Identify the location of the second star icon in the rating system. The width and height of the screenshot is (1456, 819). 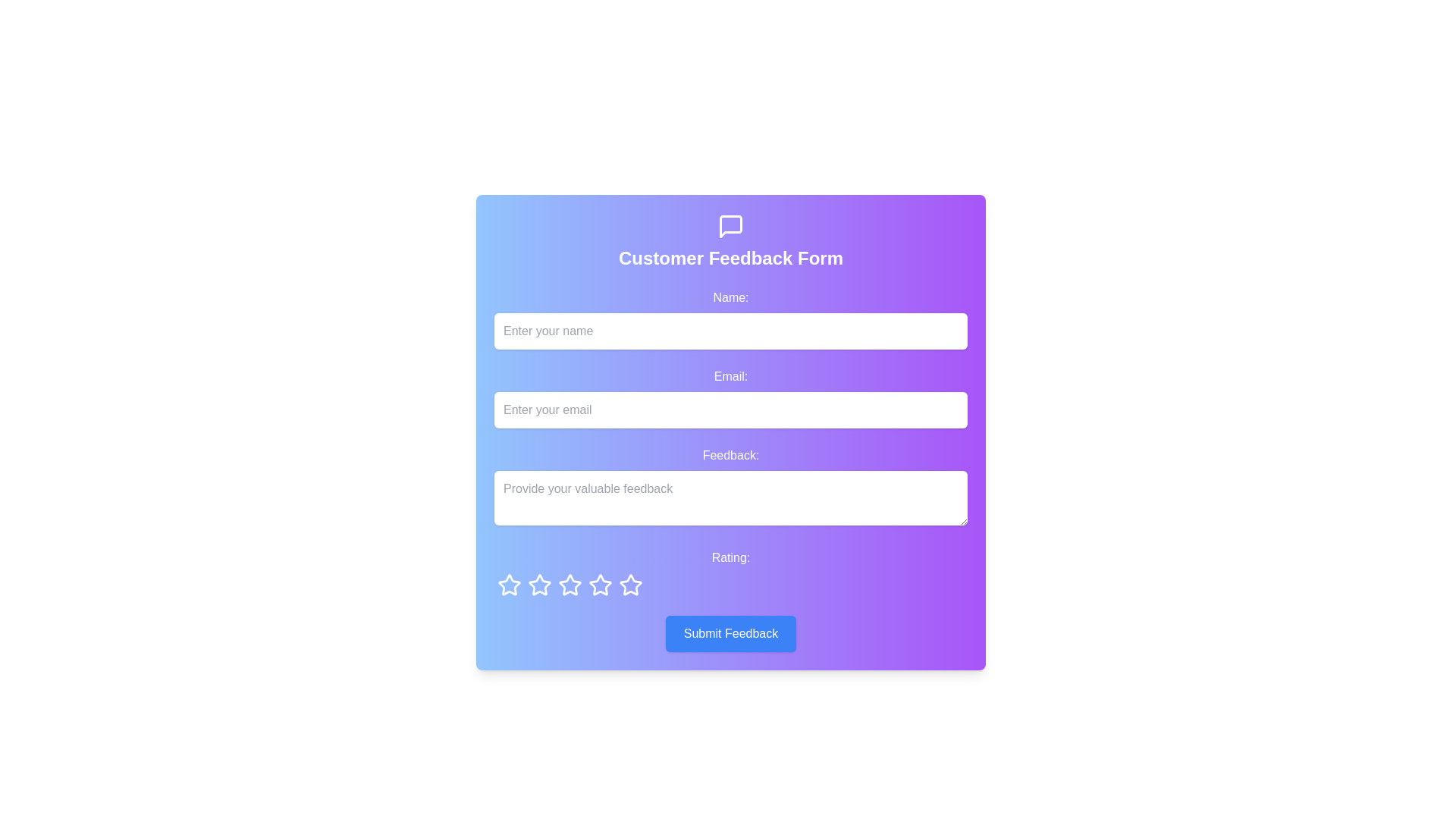
(539, 584).